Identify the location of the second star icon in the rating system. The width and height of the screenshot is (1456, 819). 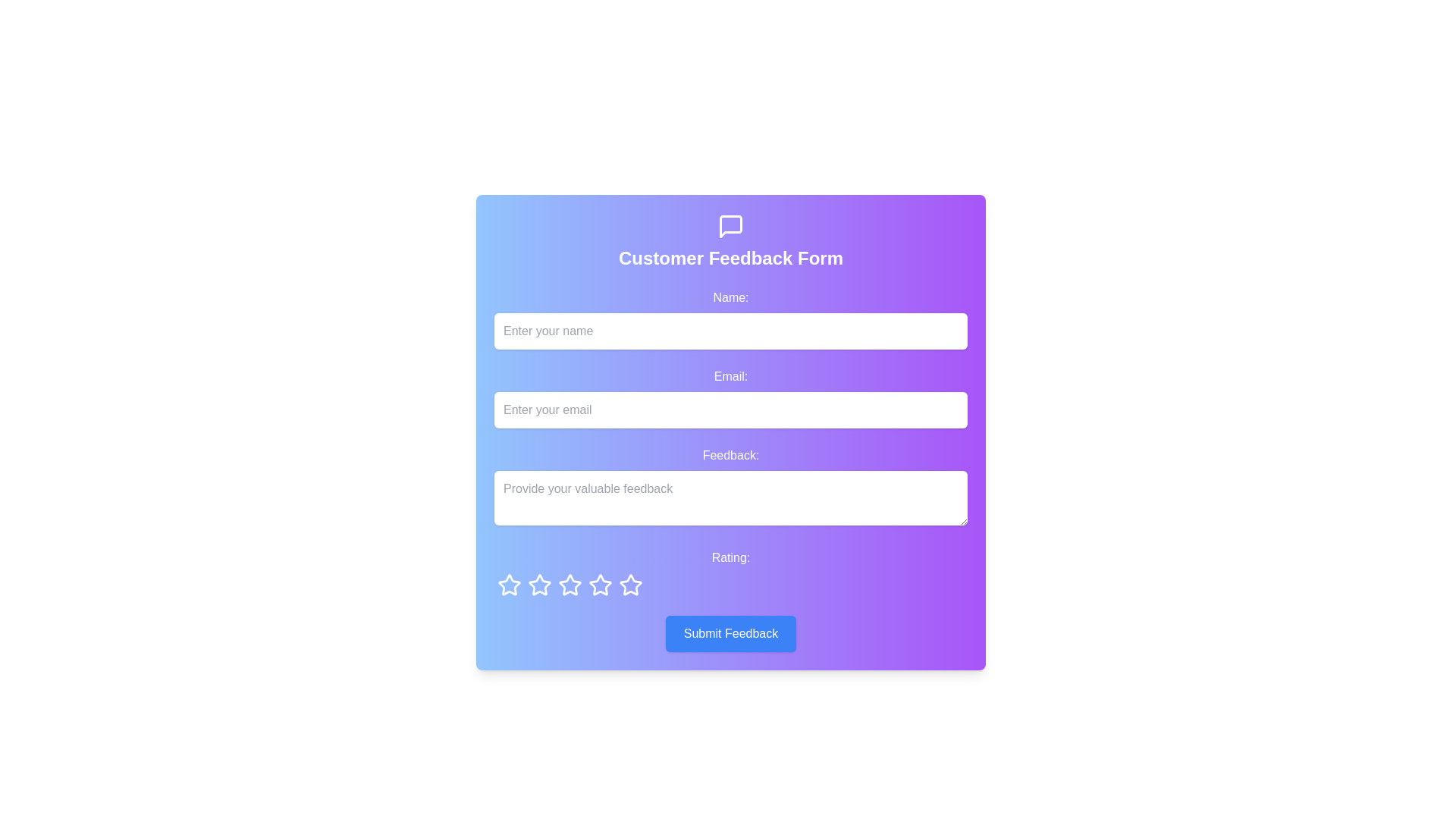
(539, 584).